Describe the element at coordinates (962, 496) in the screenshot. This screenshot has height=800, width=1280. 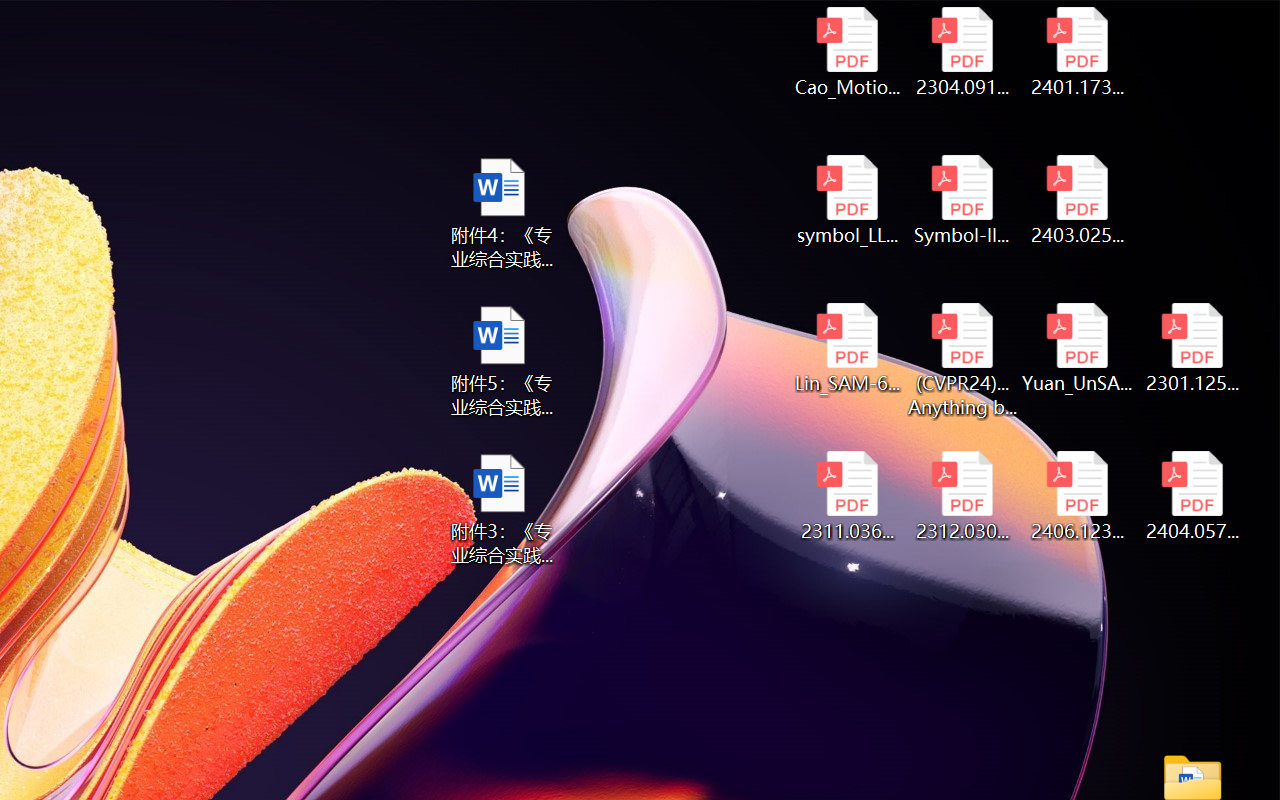
I see `'2312.03032v2.pdf'` at that location.